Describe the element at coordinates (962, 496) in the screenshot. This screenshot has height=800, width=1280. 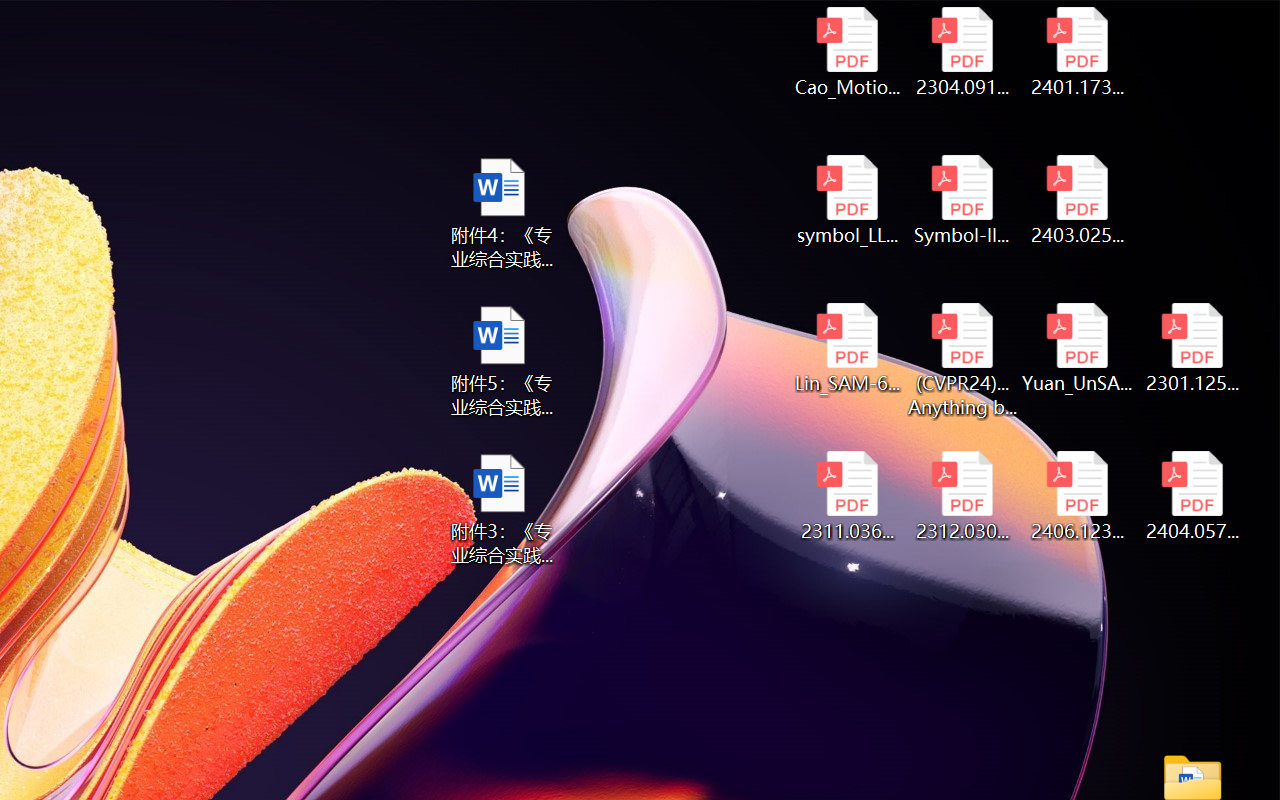
I see `'2312.03032v2.pdf'` at that location.